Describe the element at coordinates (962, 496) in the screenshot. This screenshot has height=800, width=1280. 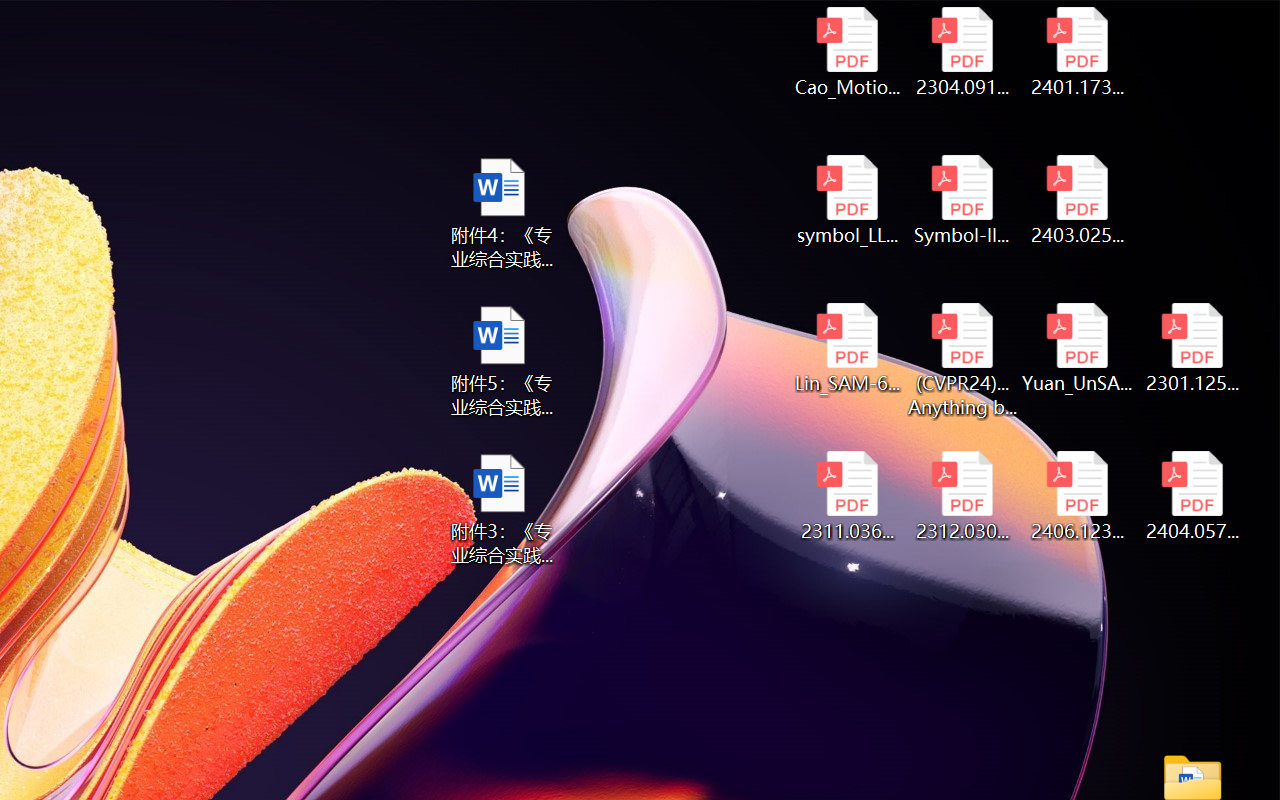
I see `'2312.03032v2.pdf'` at that location.